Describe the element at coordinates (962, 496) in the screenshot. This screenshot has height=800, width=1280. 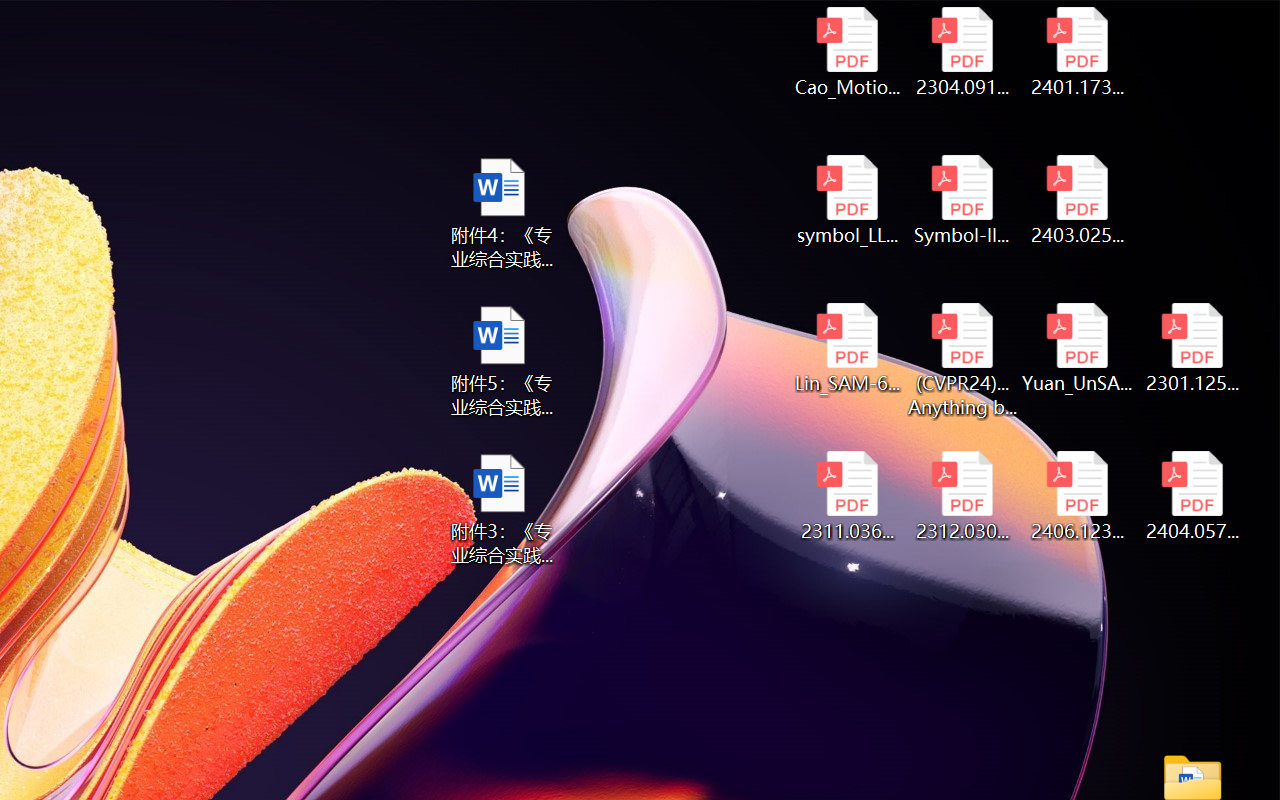
I see `'2312.03032v2.pdf'` at that location.